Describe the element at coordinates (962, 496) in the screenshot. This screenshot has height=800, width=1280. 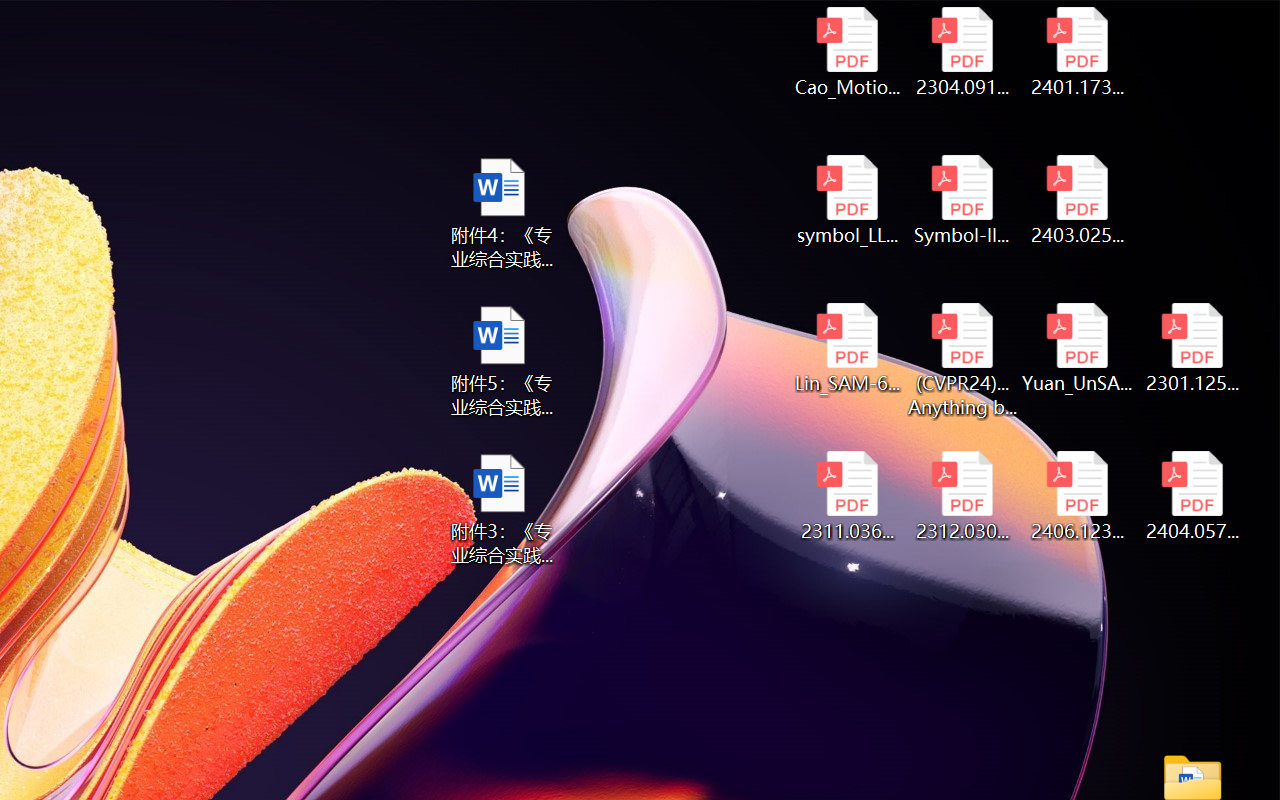
I see `'2312.03032v2.pdf'` at that location.